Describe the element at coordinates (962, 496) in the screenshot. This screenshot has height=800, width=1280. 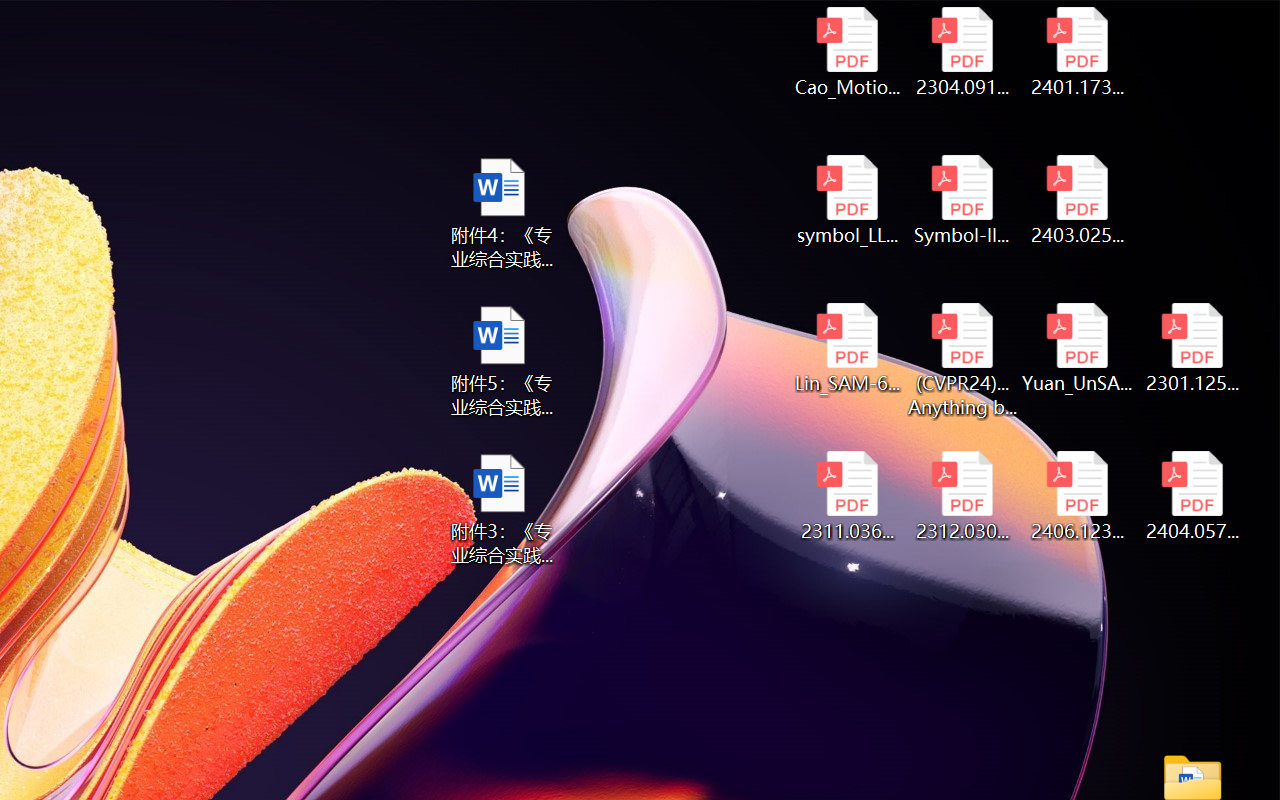
I see `'2312.03032v2.pdf'` at that location.